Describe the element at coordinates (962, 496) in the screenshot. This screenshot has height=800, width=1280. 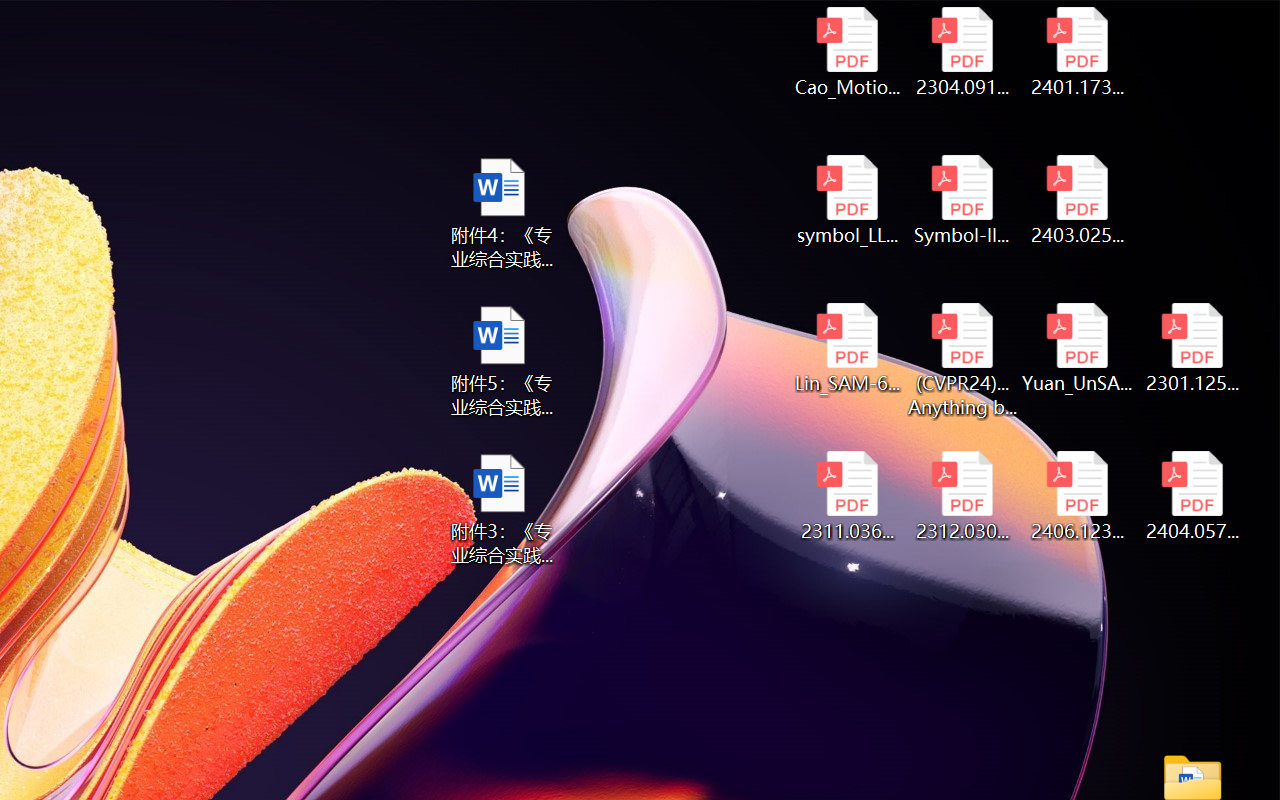
I see `'2312.03032v2.pdf'` at that location.